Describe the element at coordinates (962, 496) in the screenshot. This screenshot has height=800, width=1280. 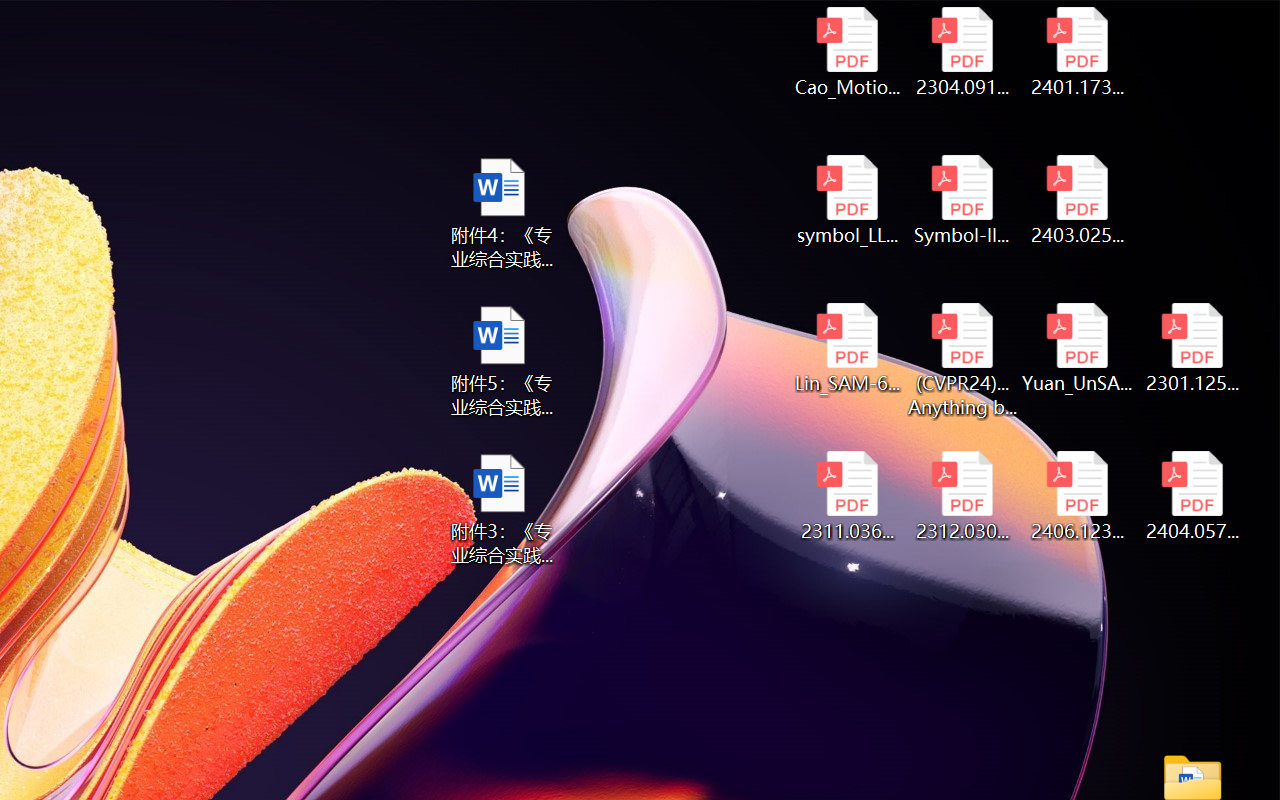
I see `'2312.03032v2.pdf'` at that location.